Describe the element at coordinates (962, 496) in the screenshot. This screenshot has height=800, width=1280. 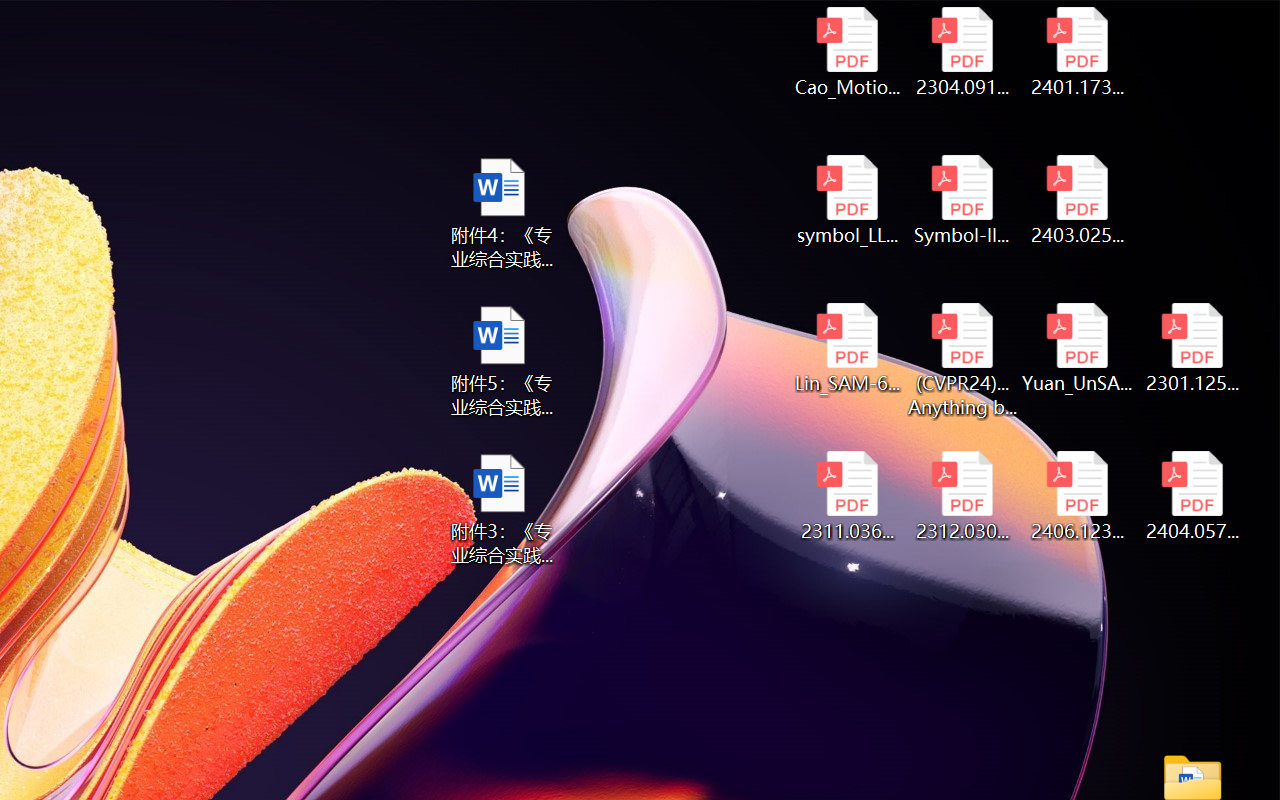
I see `'2312.03032v2.pdf'` at that location.